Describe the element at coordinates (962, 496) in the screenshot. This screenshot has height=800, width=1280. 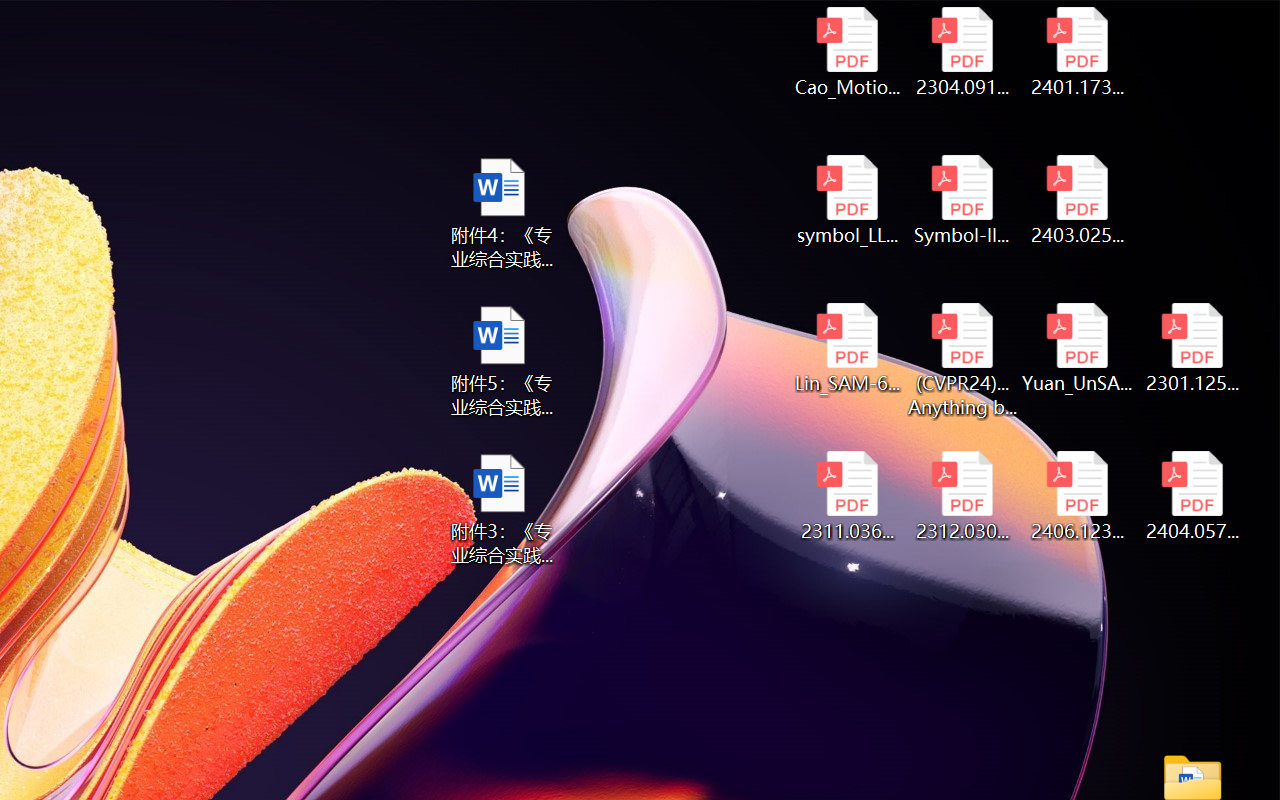
I see `'2312.03032v2.pdf'` at that location.